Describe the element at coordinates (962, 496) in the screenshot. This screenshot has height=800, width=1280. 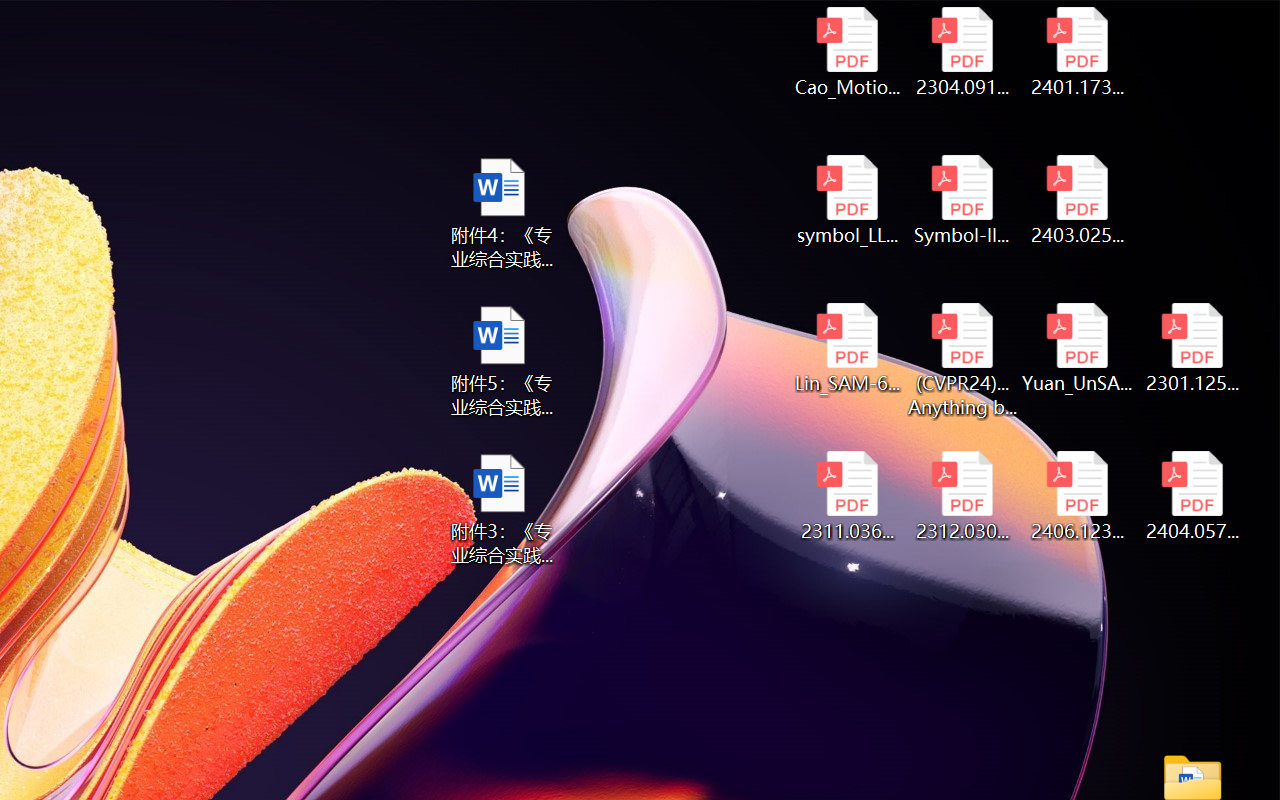
I see `'2312.03032v2.pdf'` at that location.